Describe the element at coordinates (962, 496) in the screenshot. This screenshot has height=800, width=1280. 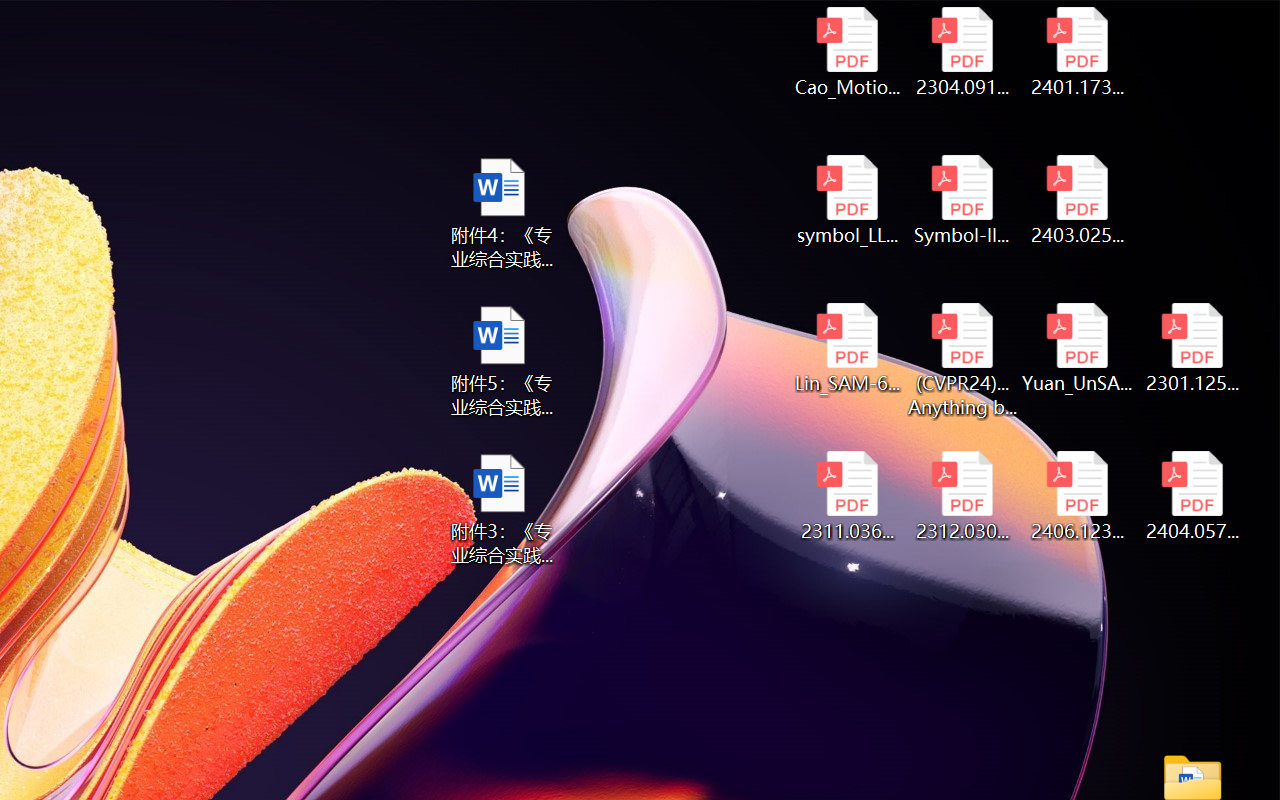
I see `'2312.03032v2.pdf'` at that location.